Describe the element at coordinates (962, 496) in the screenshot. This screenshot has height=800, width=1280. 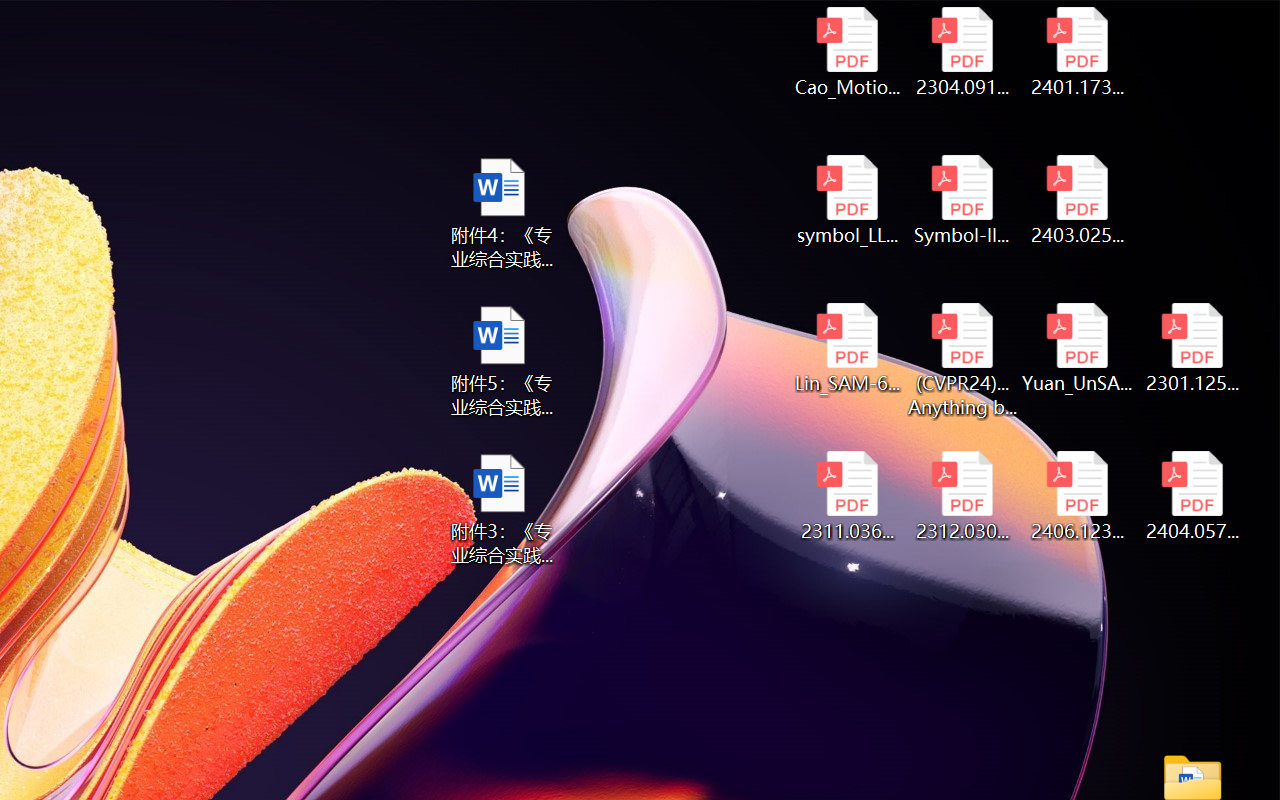
I see `'2312.03032v2.pdf'` at that location.